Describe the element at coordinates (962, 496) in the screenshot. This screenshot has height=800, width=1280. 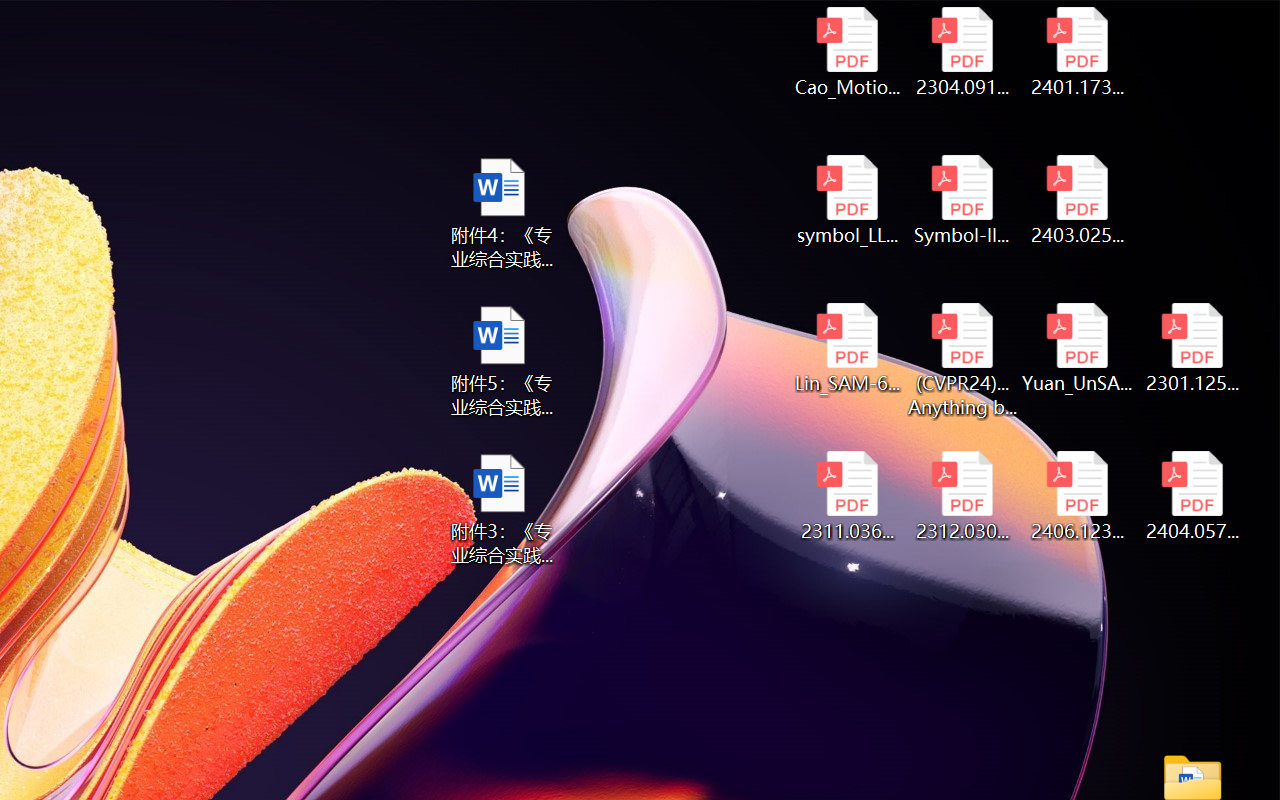
I see `'2312.03032v2.pdf'` at that location.